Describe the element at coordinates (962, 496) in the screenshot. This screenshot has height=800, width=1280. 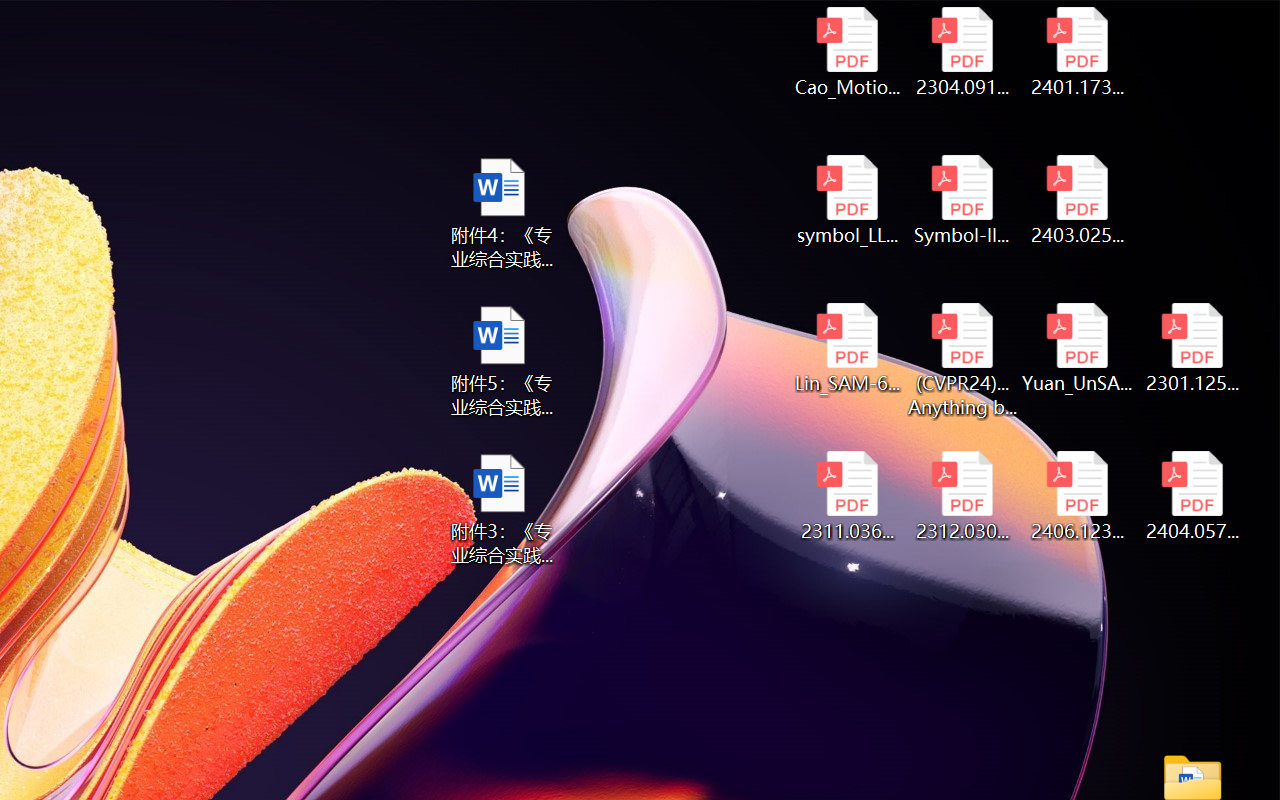
I see `'2312.03032v2.pdf'` at that location.